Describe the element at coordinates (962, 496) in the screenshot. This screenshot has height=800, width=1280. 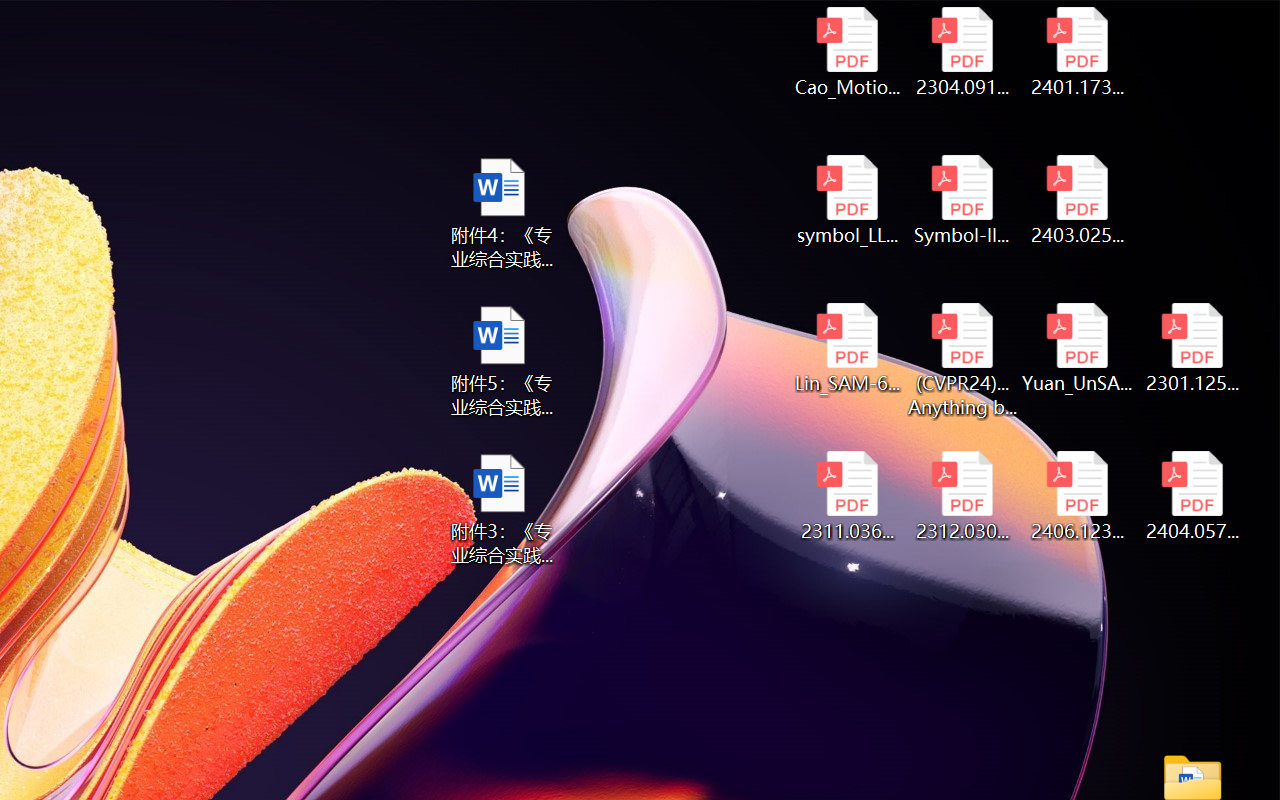
I see `'2312.03032v2.pdf'` at that location.